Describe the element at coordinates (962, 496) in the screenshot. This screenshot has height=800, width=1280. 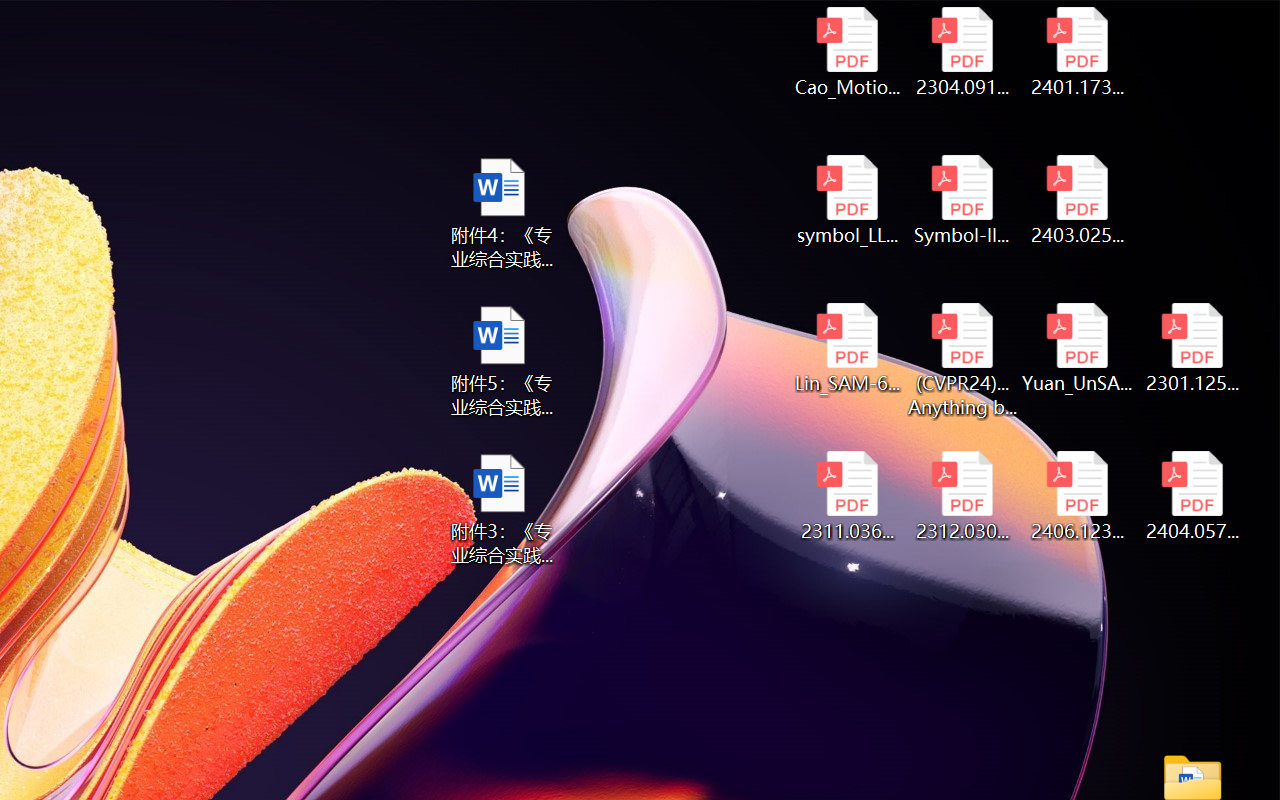
I see `'2312.03032v2.pdf'` at that location.